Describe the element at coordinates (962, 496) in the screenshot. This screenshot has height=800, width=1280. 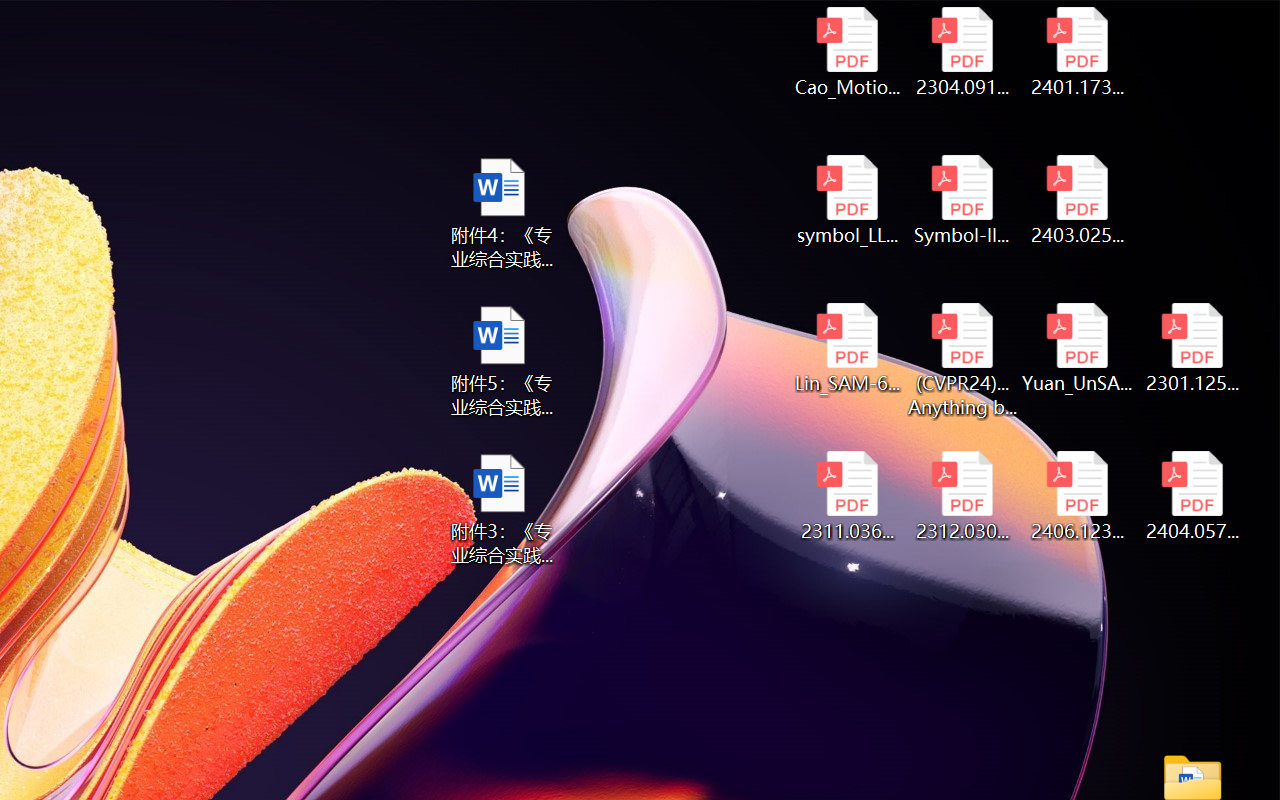
I see `'2312.03032v2.pdf'` at that location.